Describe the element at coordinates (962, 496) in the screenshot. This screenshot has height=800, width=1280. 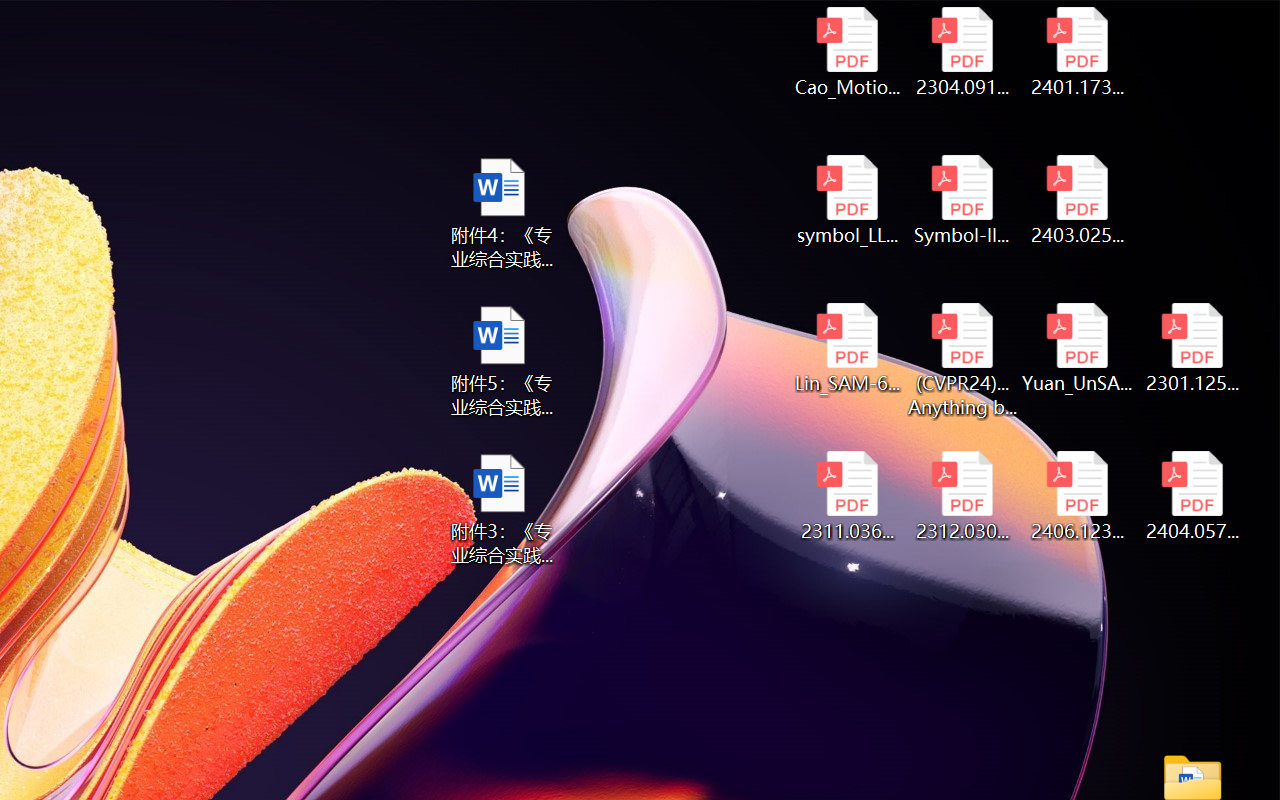
I see `'2312.03032v2.pdf'` at that location.